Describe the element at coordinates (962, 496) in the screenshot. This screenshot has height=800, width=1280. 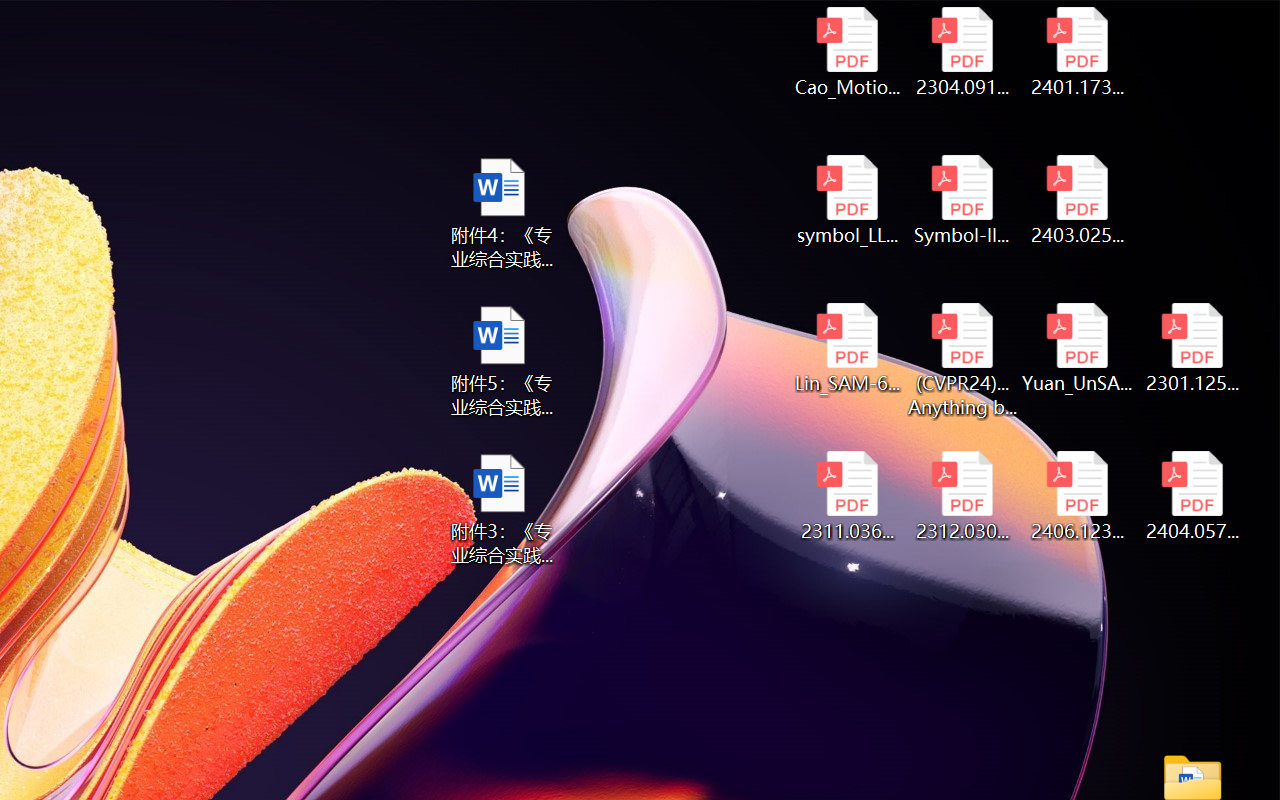
I see `'2312.03032v2.pdf'` at that location.